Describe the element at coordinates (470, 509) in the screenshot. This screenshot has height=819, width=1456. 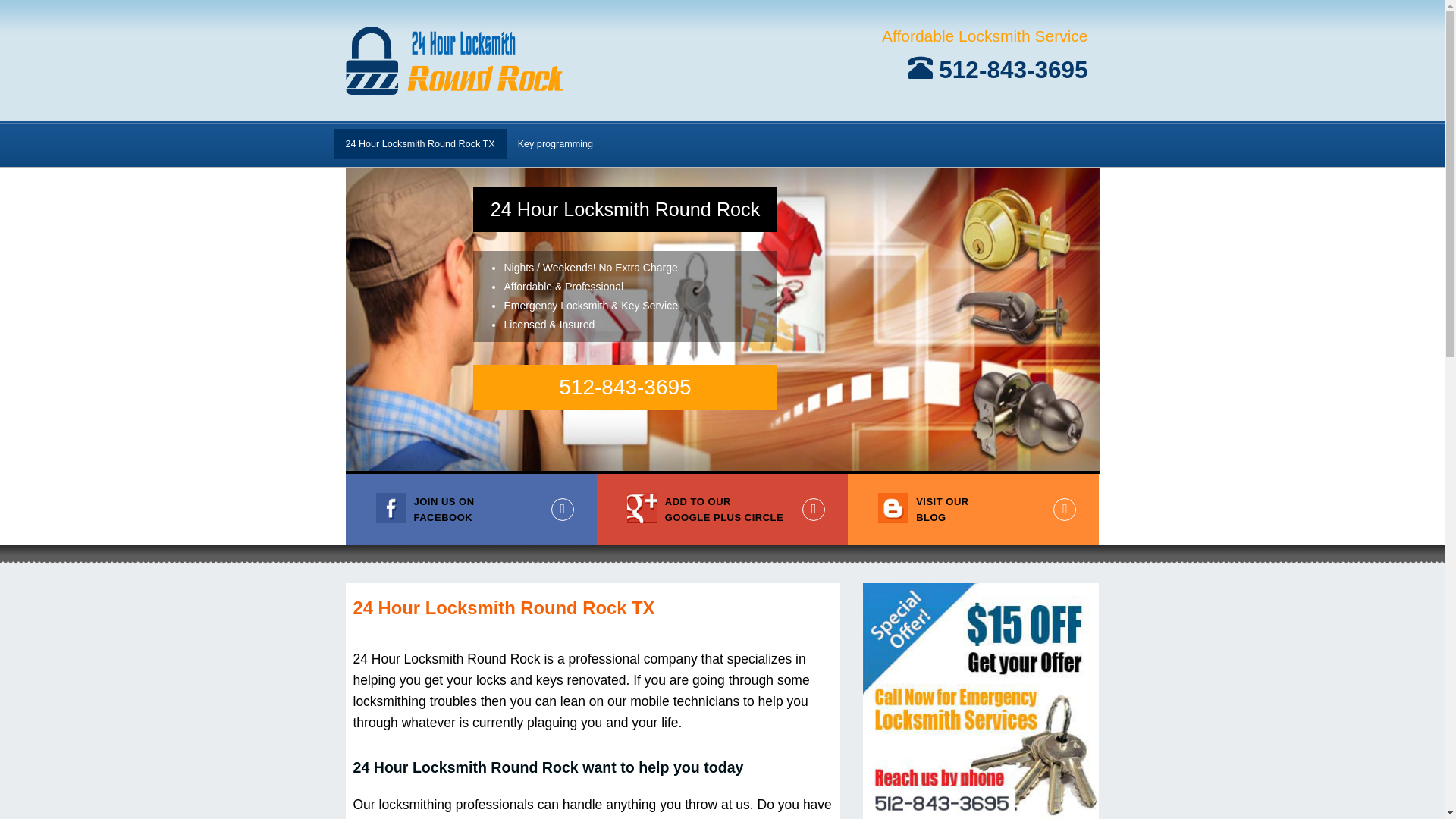
I see `'JOIN US ON` at that location.